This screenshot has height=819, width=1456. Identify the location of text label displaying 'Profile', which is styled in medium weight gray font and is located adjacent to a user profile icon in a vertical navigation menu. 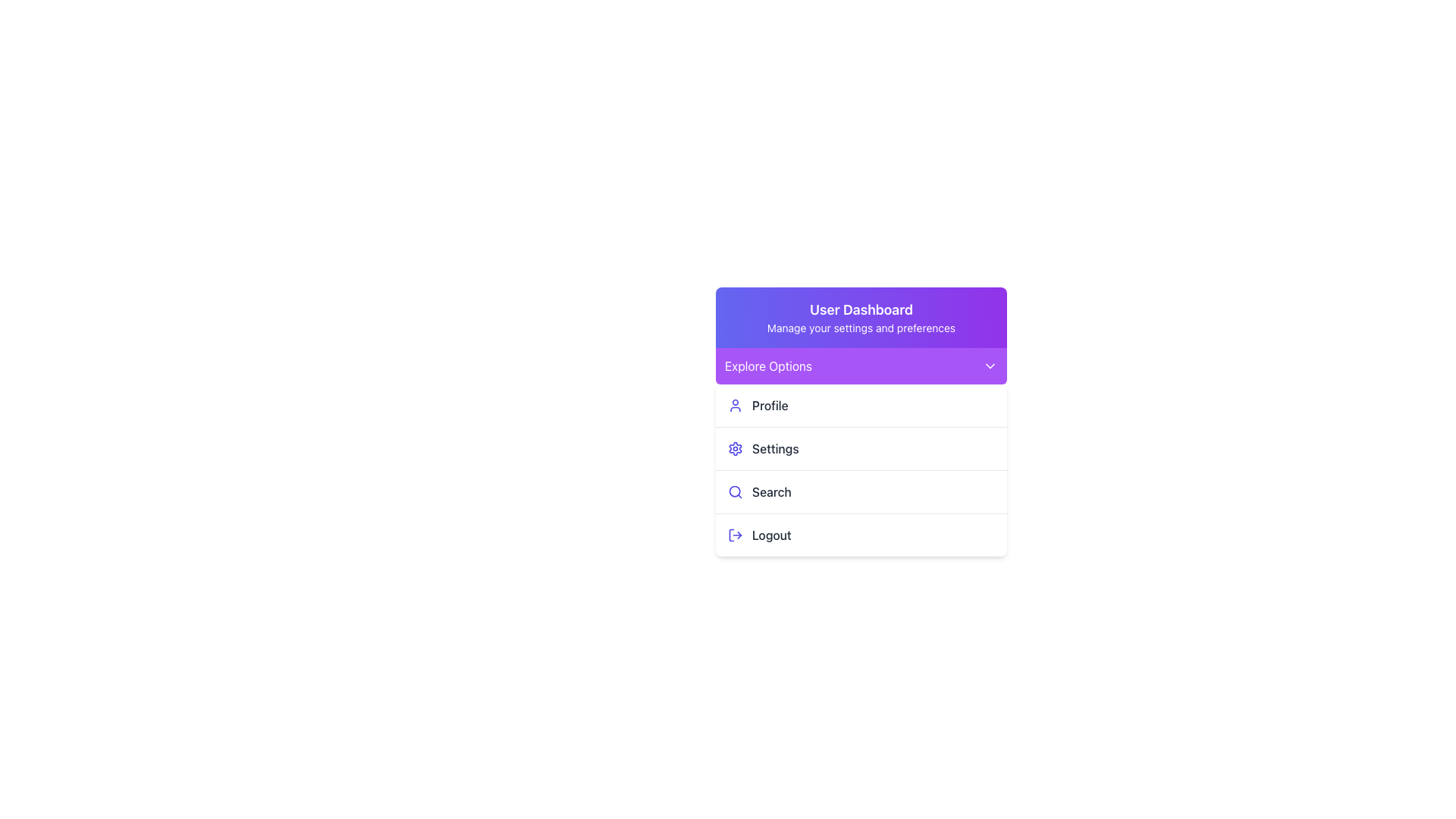
(770, 405).